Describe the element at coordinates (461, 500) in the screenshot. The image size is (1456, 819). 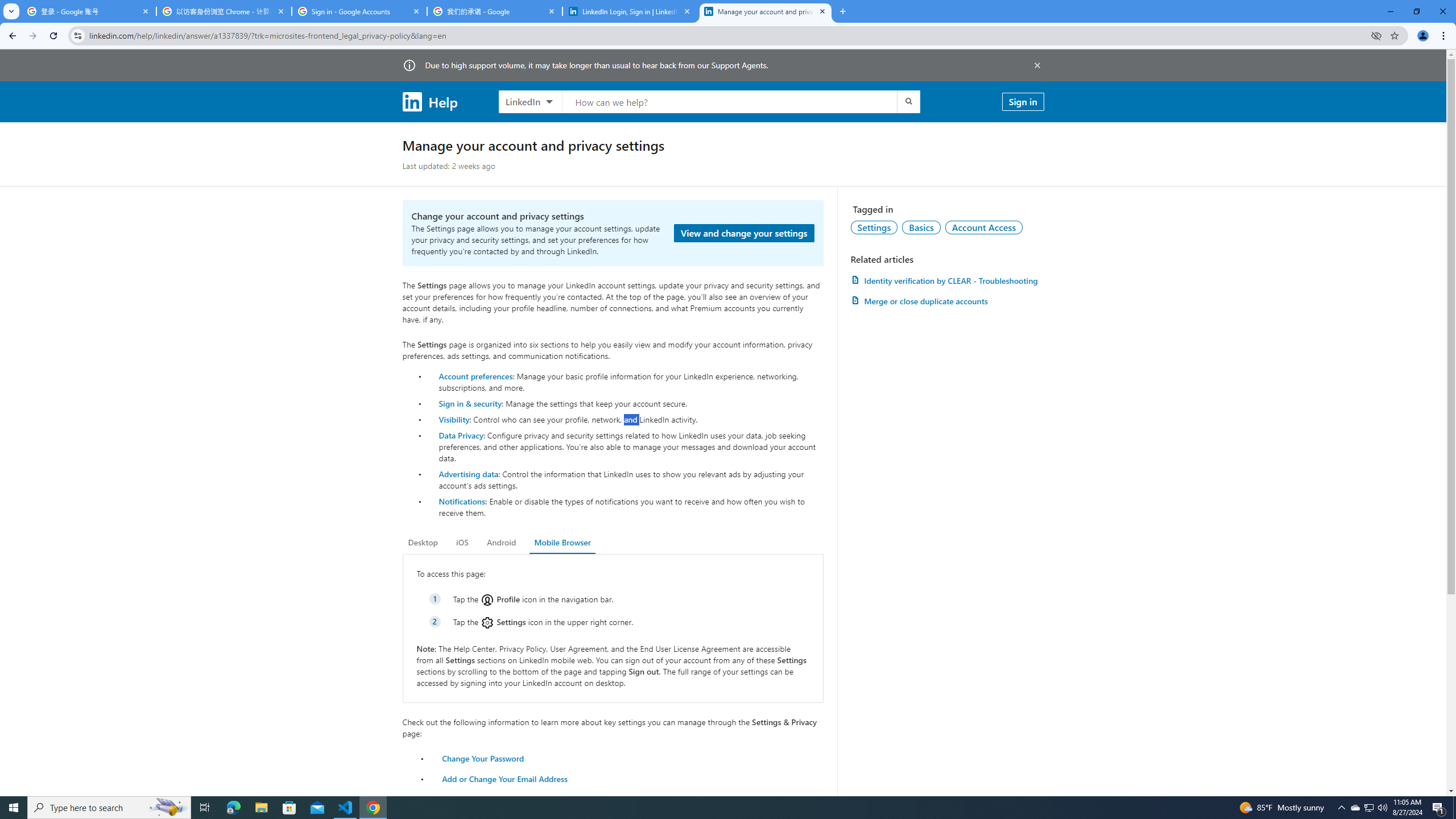
I see `'Notifications'` at that location.